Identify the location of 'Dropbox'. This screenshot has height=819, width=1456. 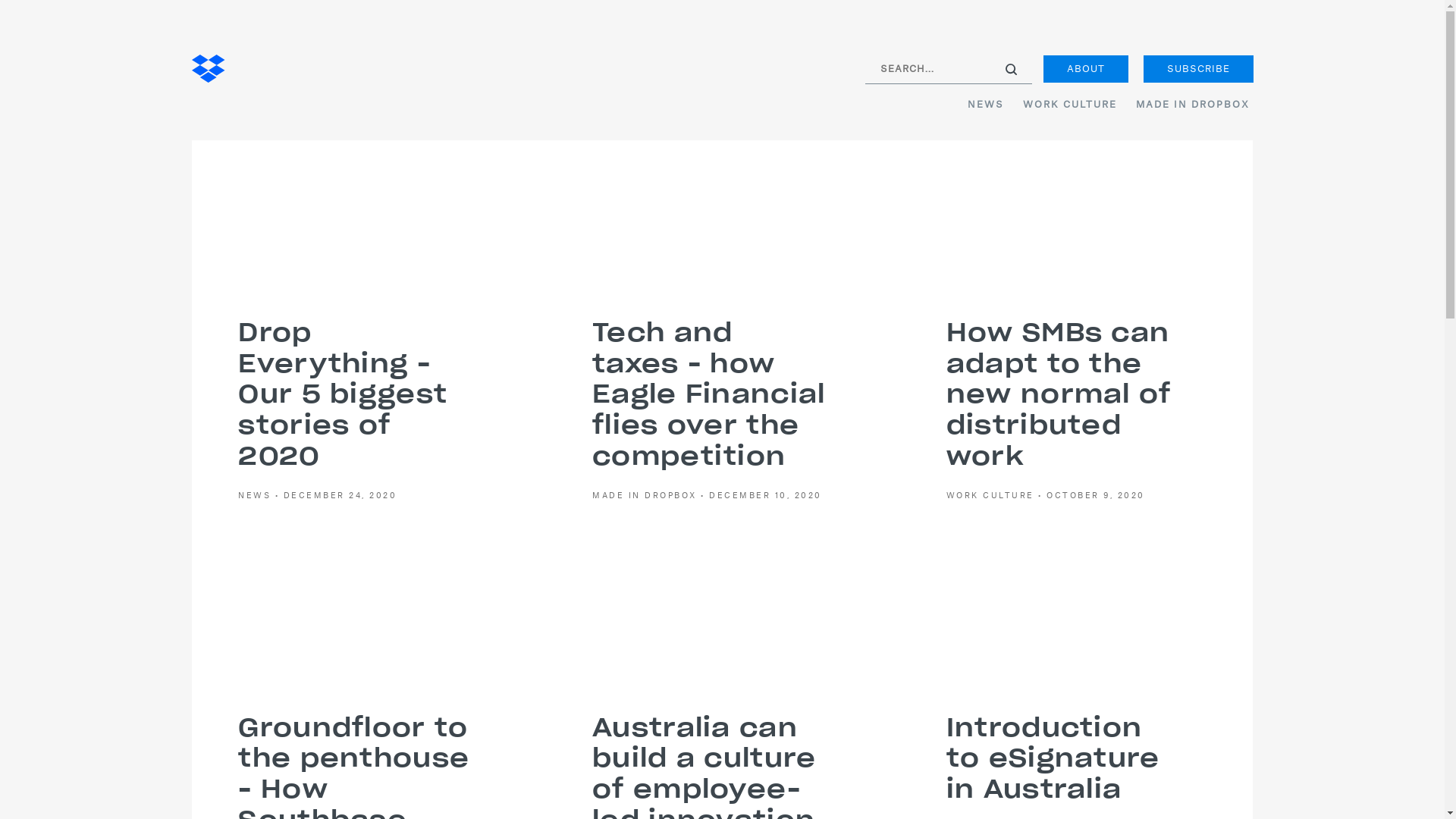
(206, 70).